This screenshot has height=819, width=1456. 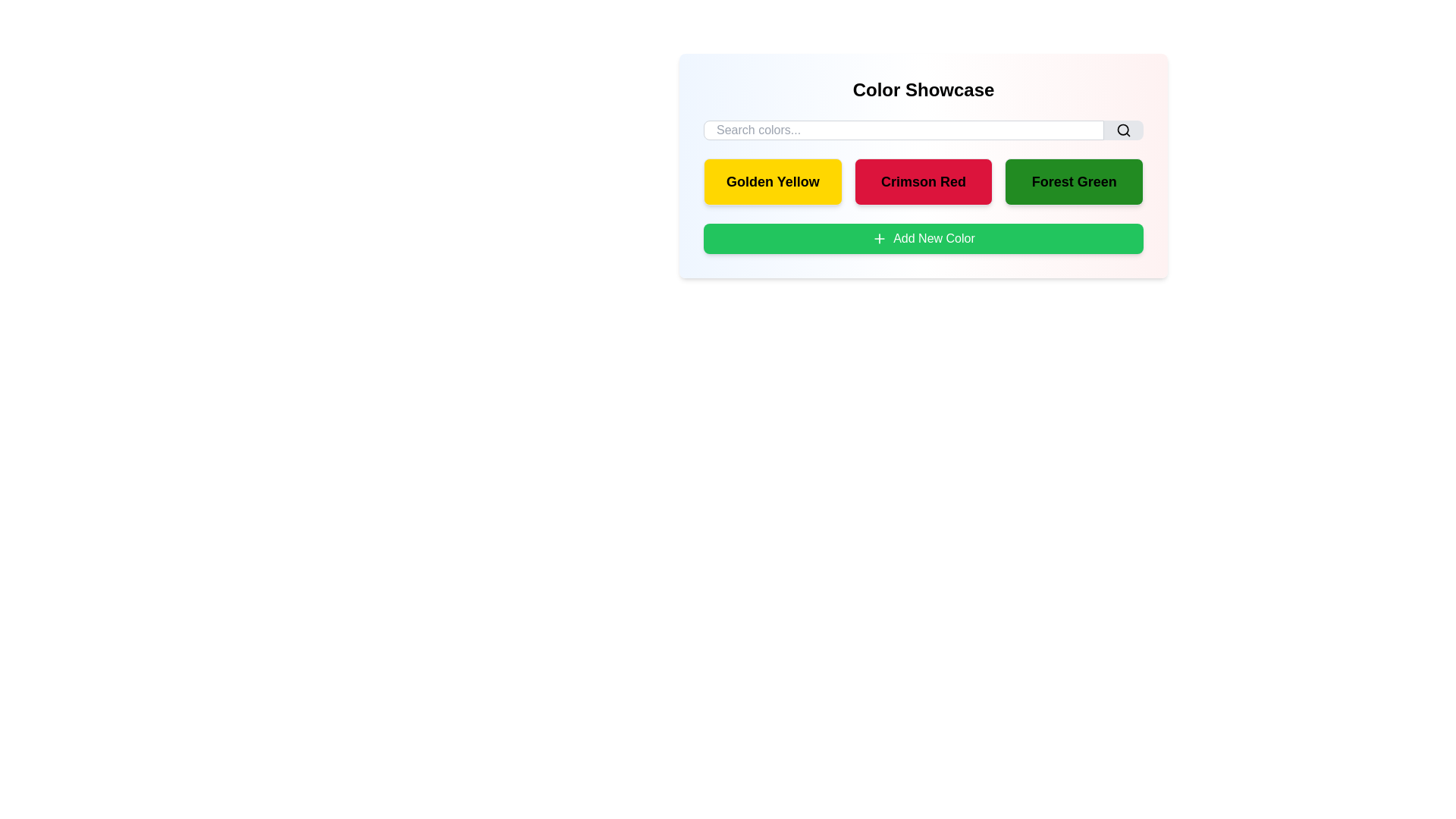 I want to click on the appearance of the circular shape that is part of the search icon located at the top-right corner of the interface, adjacent to the text input field for searching, so click(x=1123, y=129).